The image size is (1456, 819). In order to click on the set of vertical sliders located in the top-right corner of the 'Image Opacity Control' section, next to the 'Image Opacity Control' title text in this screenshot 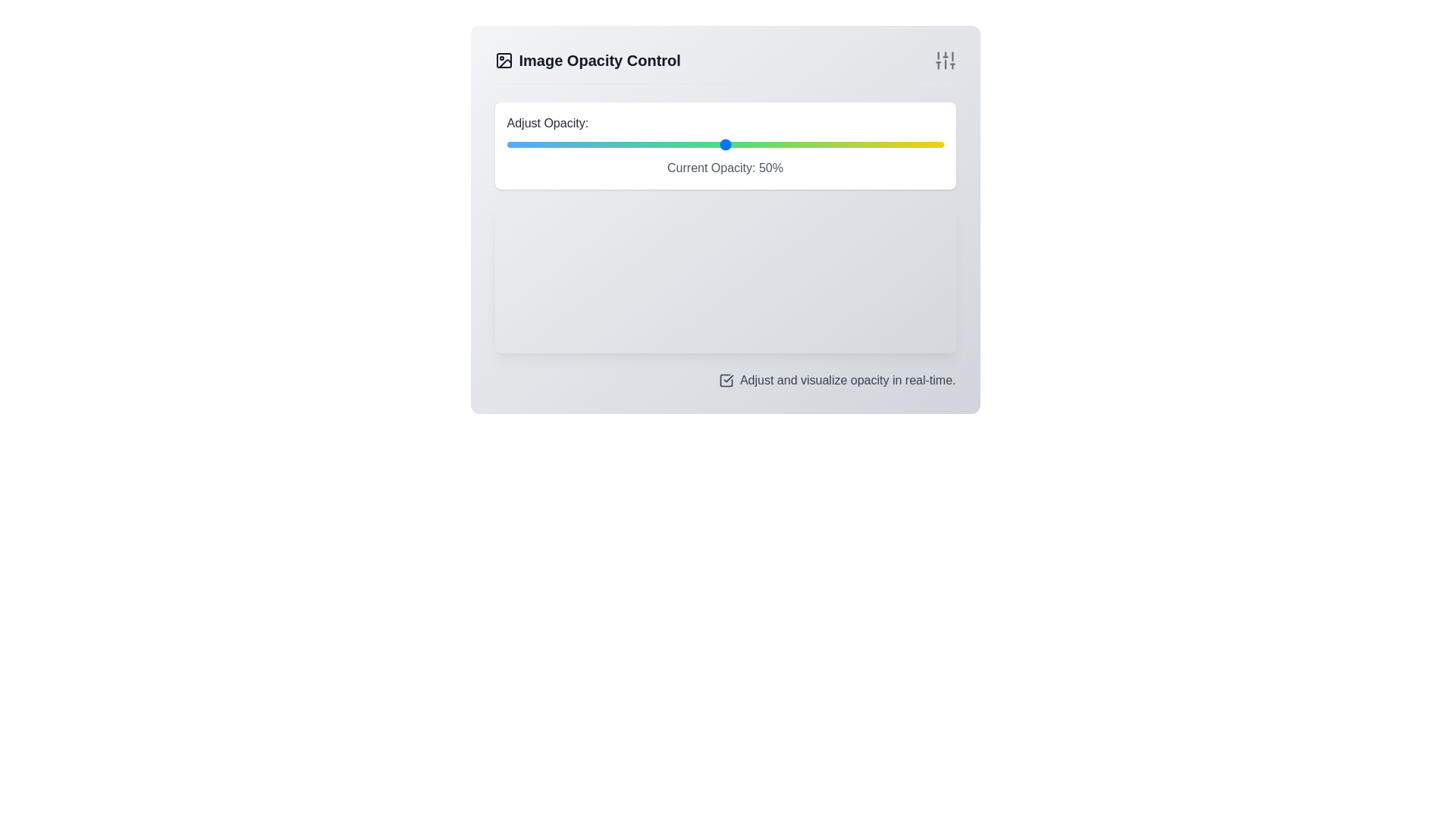, I will do `click(944, 60)`.